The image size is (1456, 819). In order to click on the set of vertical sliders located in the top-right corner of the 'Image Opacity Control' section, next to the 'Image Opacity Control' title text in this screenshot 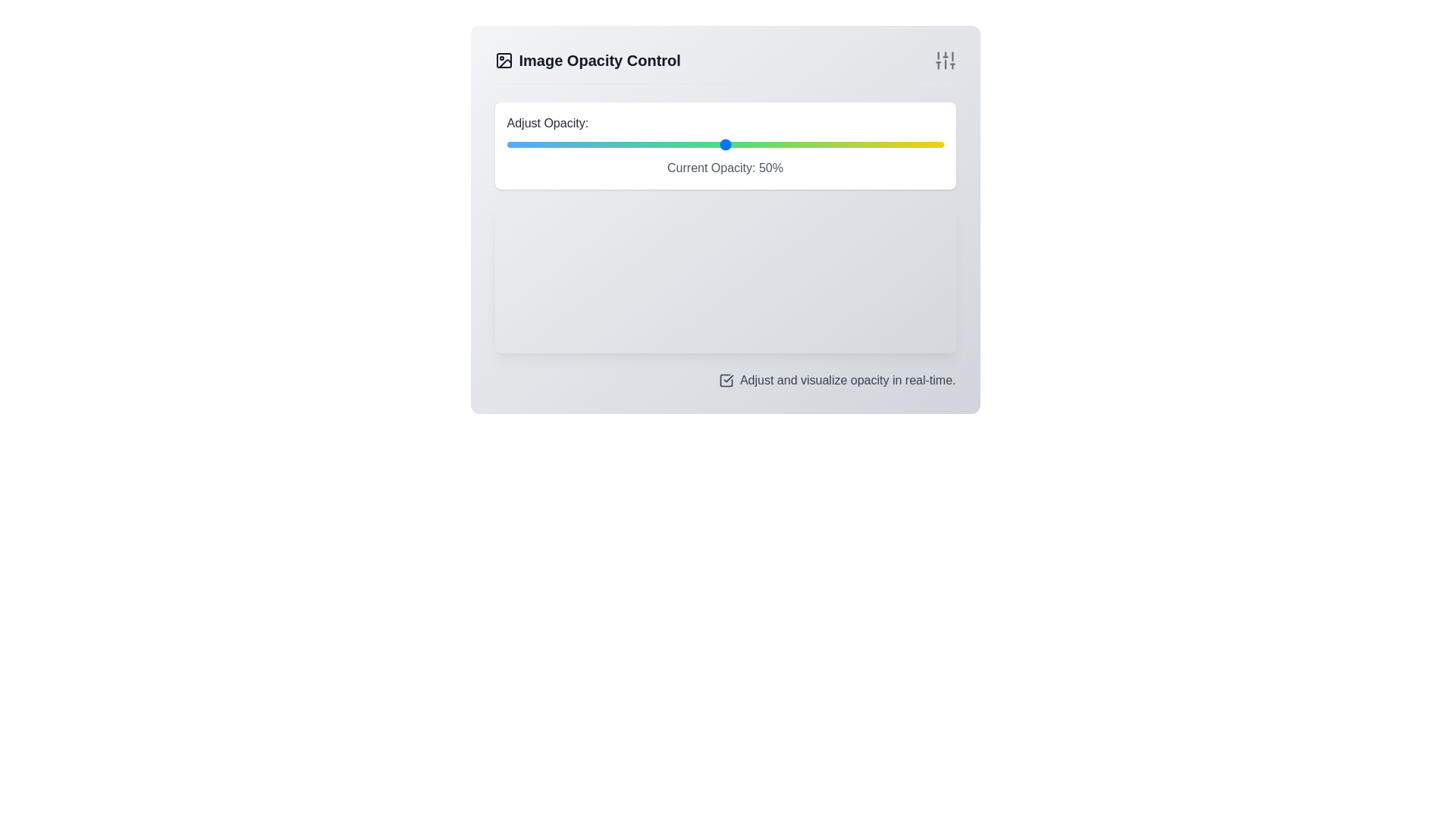, I will do `click(944, 60)`.